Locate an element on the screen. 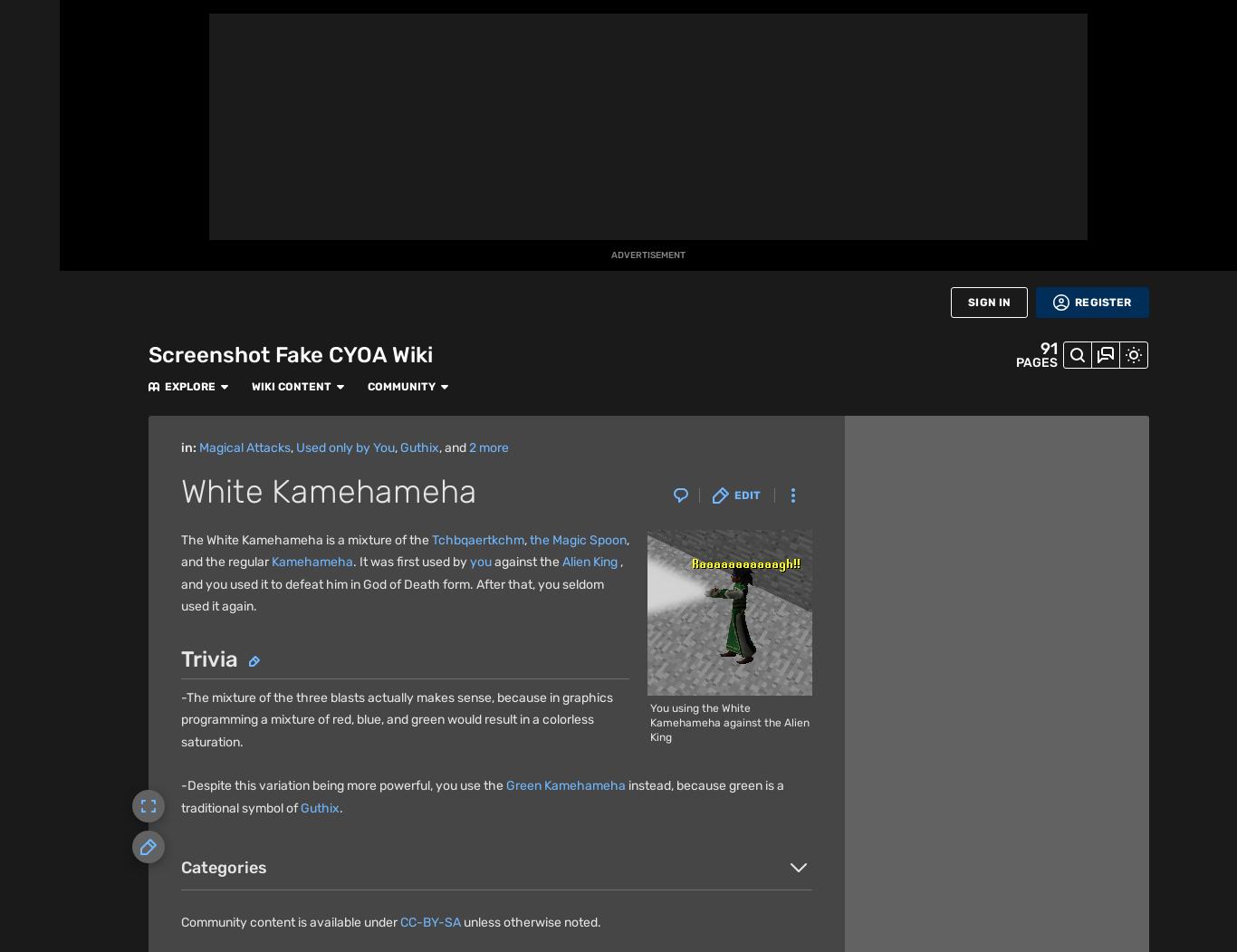 Image resolution: width=1237 pixels, height=952 pixels. 'Do Not Sell or Share My Personal Information' is located at coordinates (657, 914).